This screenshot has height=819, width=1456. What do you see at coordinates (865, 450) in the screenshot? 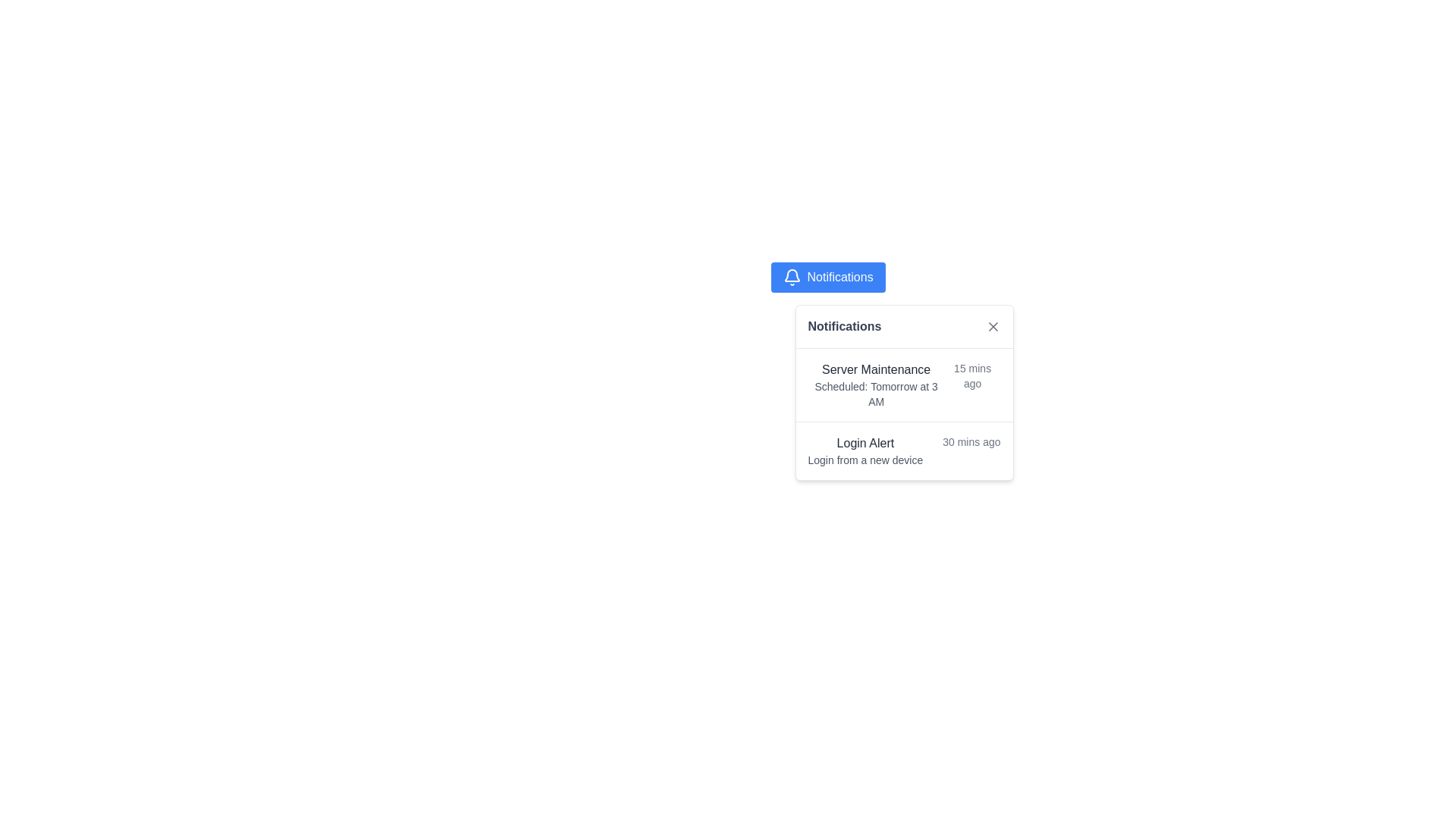
I see `information displayed in the 'Login Alert' text component, which contains two lines: 'Login Alert' in bold and 'Login from a new device' in regular font` at bounding box center [865, 450].